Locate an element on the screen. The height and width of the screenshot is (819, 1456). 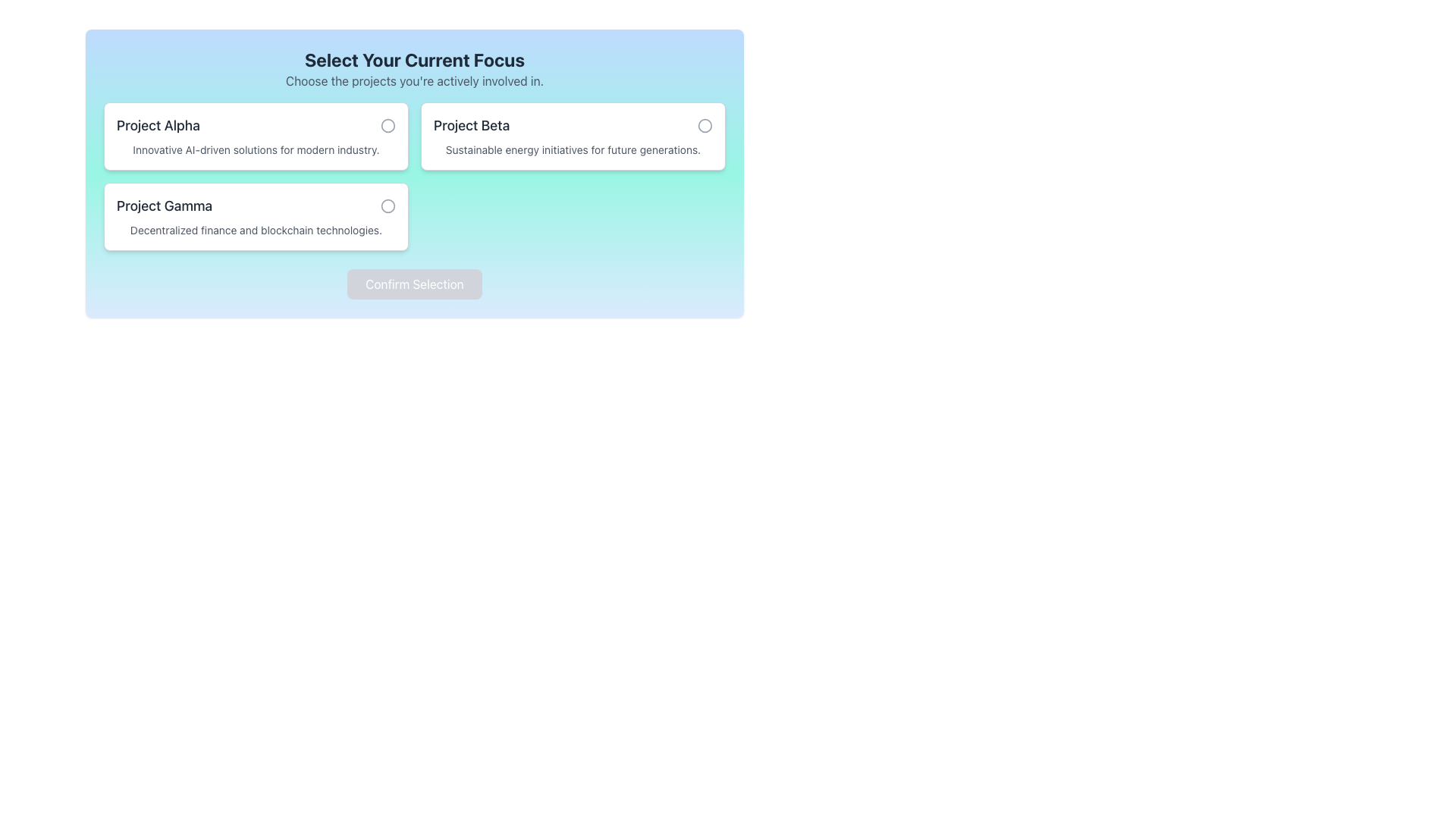
the 'Project Beta' text label, which is a bold black font located in the middle of a horizontally aligned list of options is located at coordinates (471, 124).